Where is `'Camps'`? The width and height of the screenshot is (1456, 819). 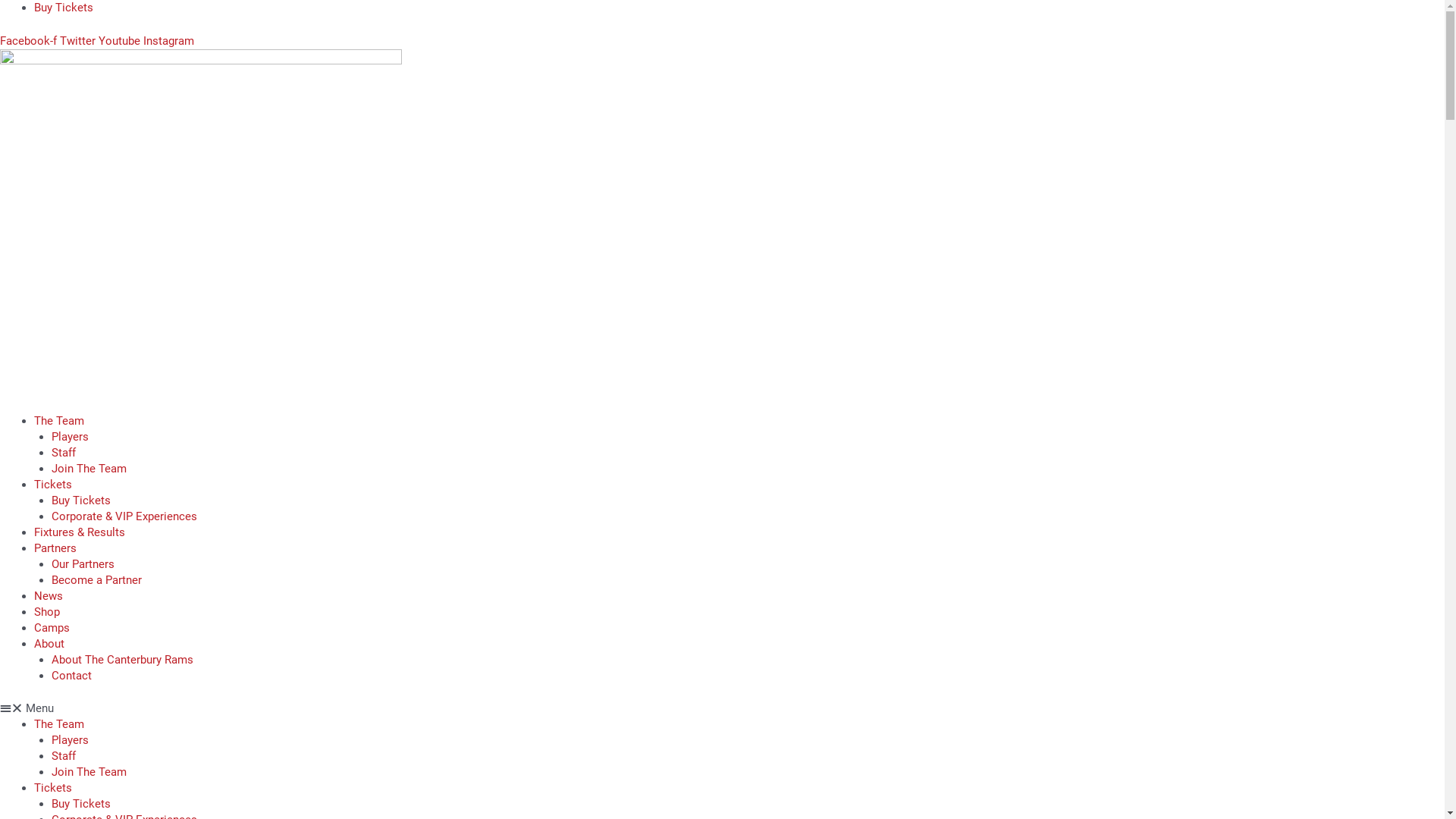 'Camps' is located at coordinates (52, 626).